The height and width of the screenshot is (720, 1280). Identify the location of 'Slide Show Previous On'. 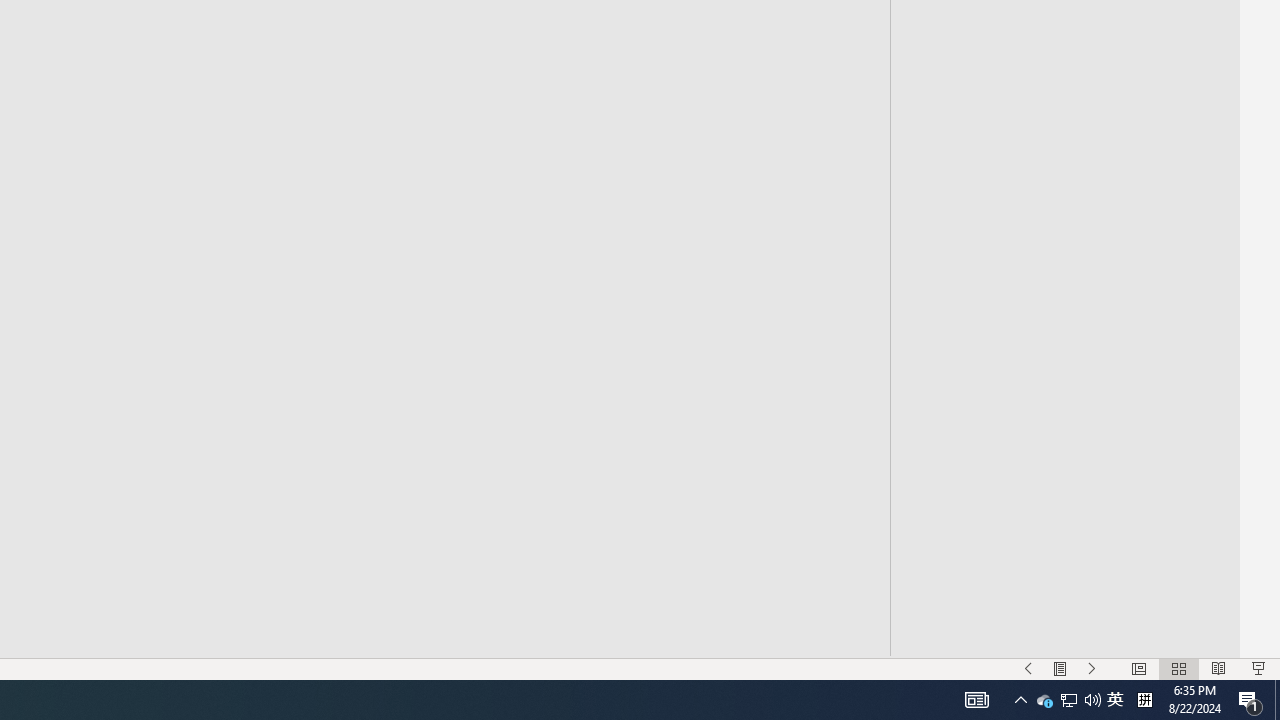
(1028, 669).